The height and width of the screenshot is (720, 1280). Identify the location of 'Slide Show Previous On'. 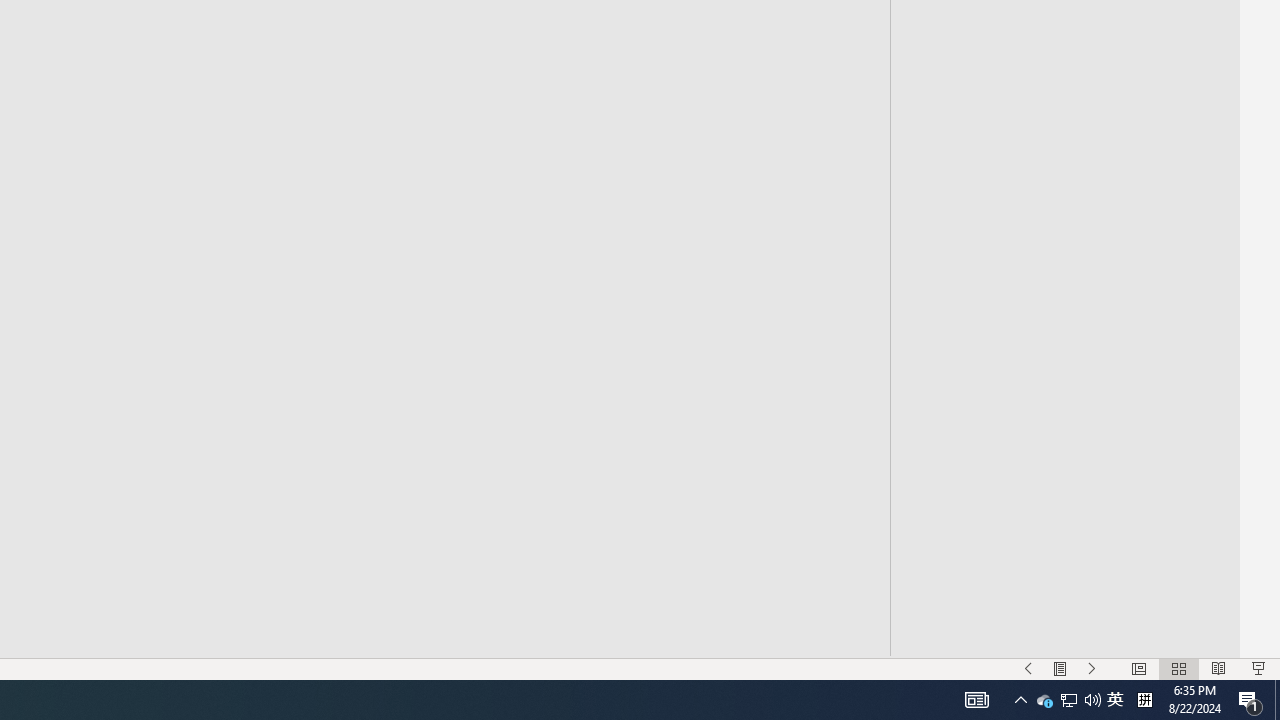
(1028, 669).